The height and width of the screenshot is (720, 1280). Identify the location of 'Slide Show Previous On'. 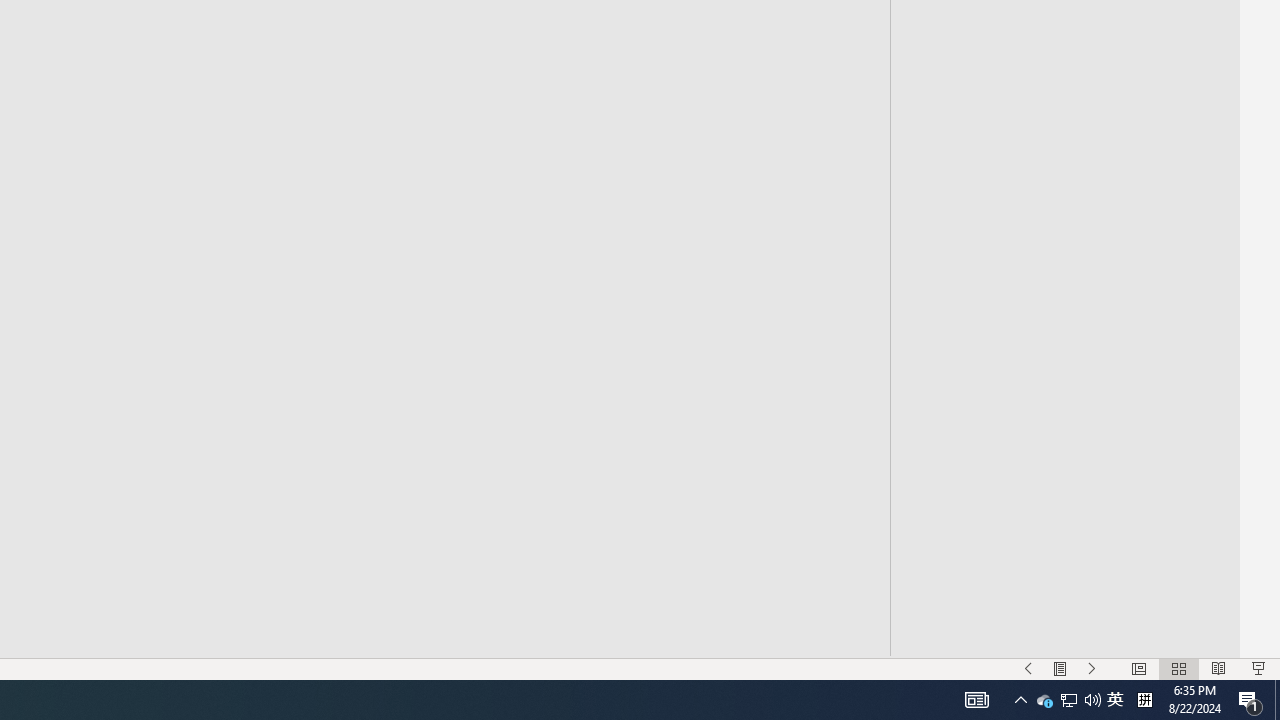
(1028, 669).